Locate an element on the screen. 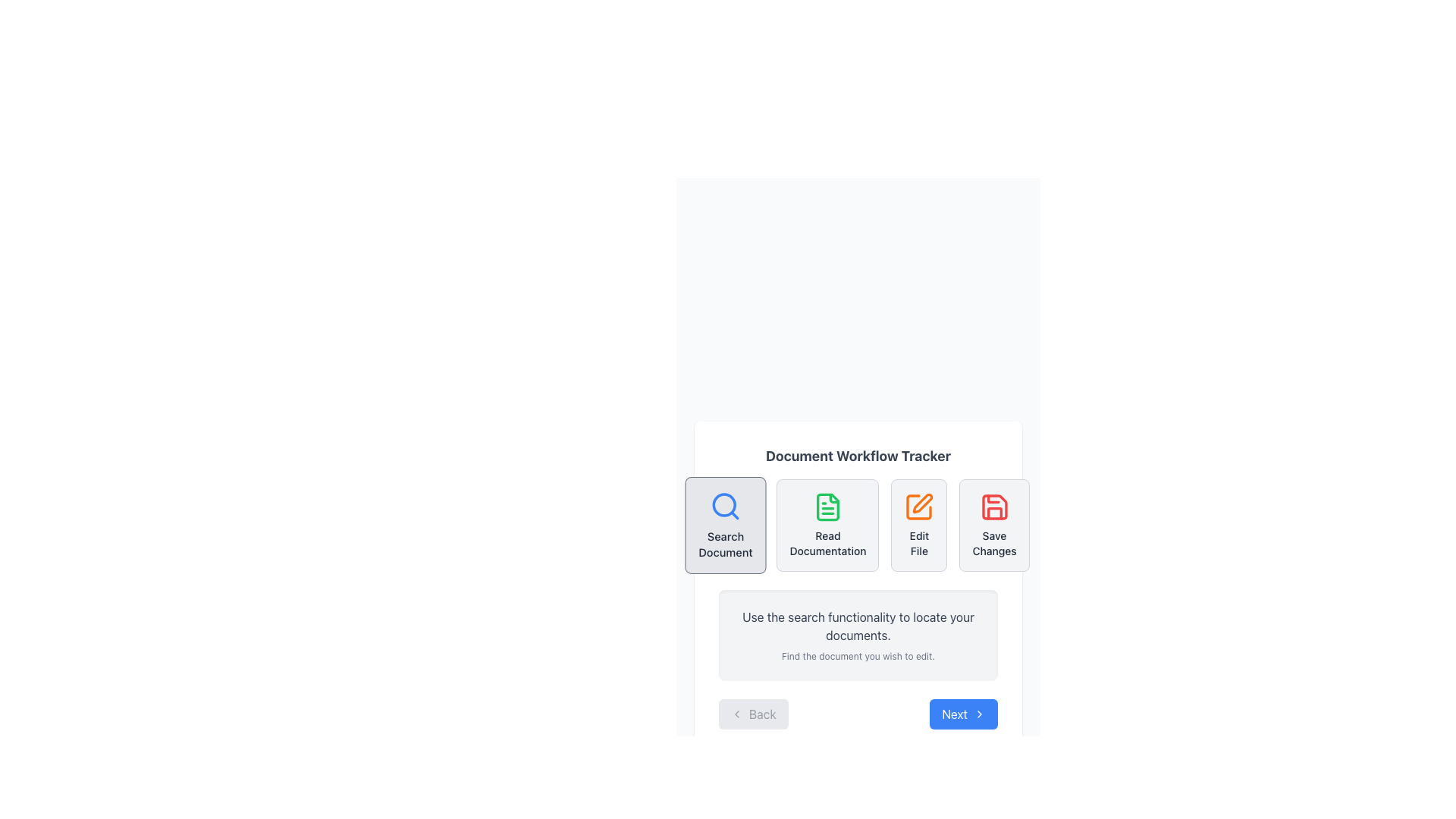 The image size is (1456, 819). the red floppy disk icon within the 'Save Changes' card is located at coordinates (994, 507).